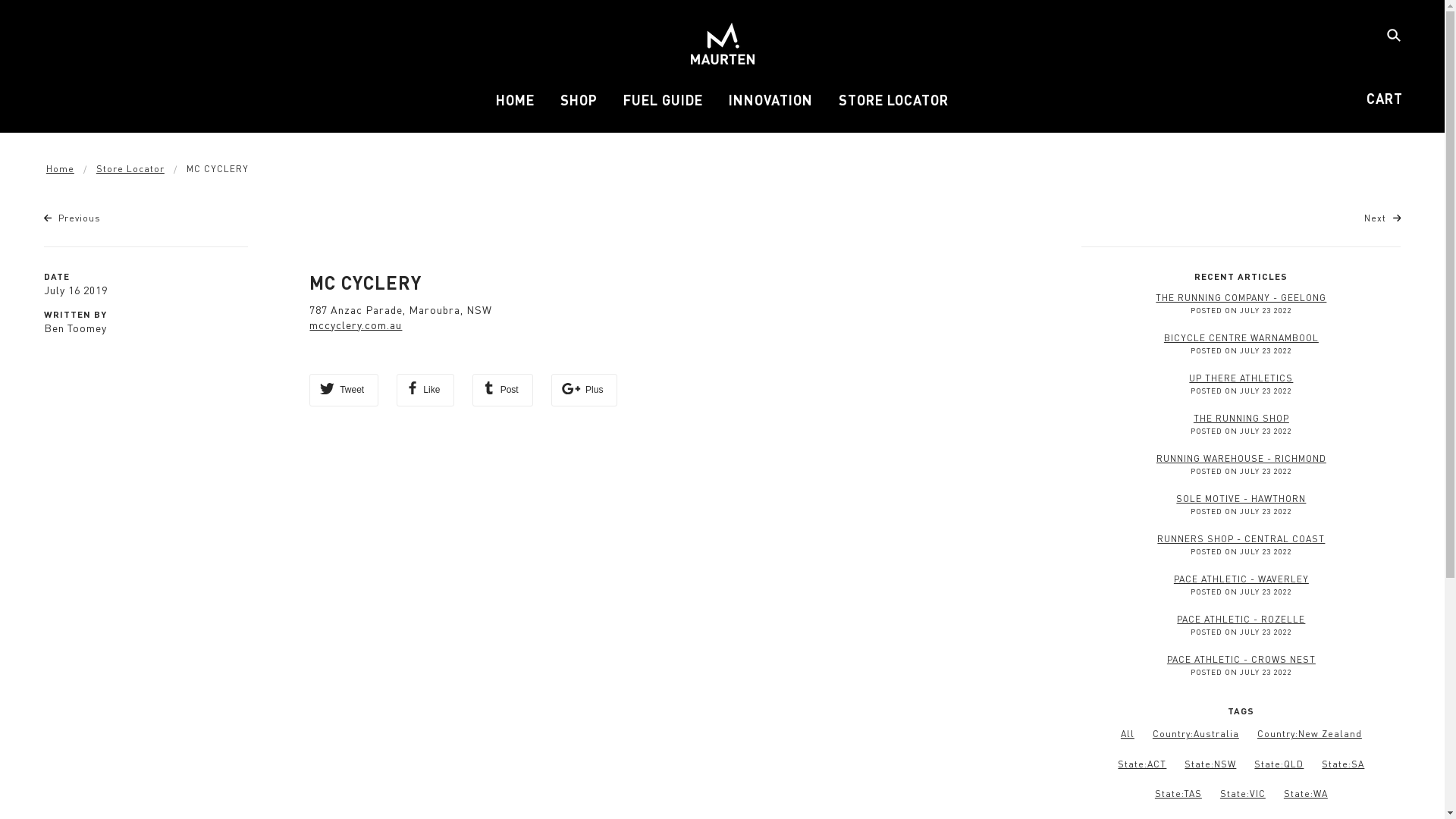  I want to click on 'State:SA', so click(1343, 764).